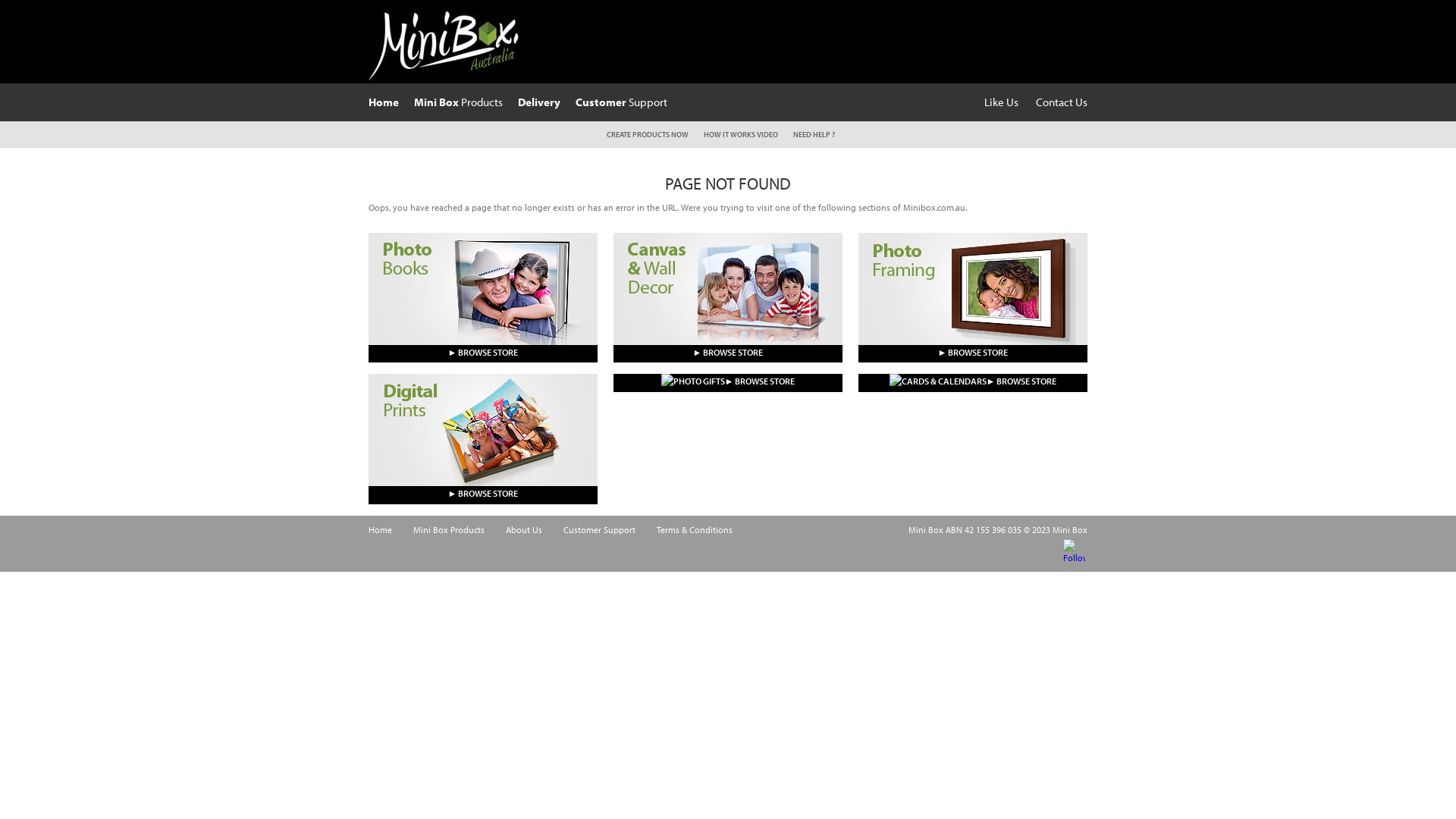  Describe the element at coordinates (383, 102) in the screenshot. I see `'Home'` at that location.